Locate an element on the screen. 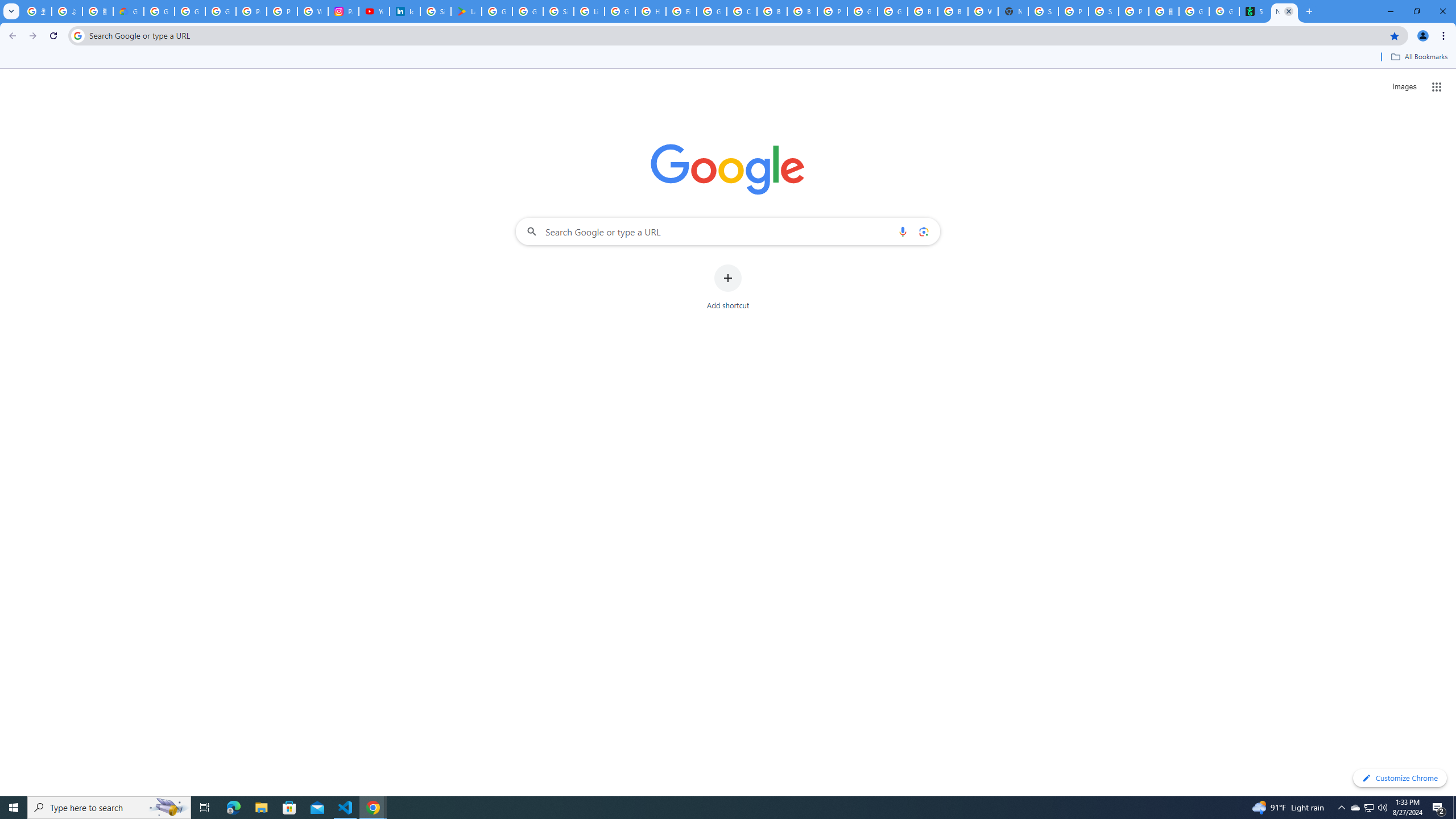 Image resolution: width=1456 pixels, height=819 pixels. 'Browse Chrome as a guest - Computer - Google Chrome Help' is located at coordinates (771, 11).